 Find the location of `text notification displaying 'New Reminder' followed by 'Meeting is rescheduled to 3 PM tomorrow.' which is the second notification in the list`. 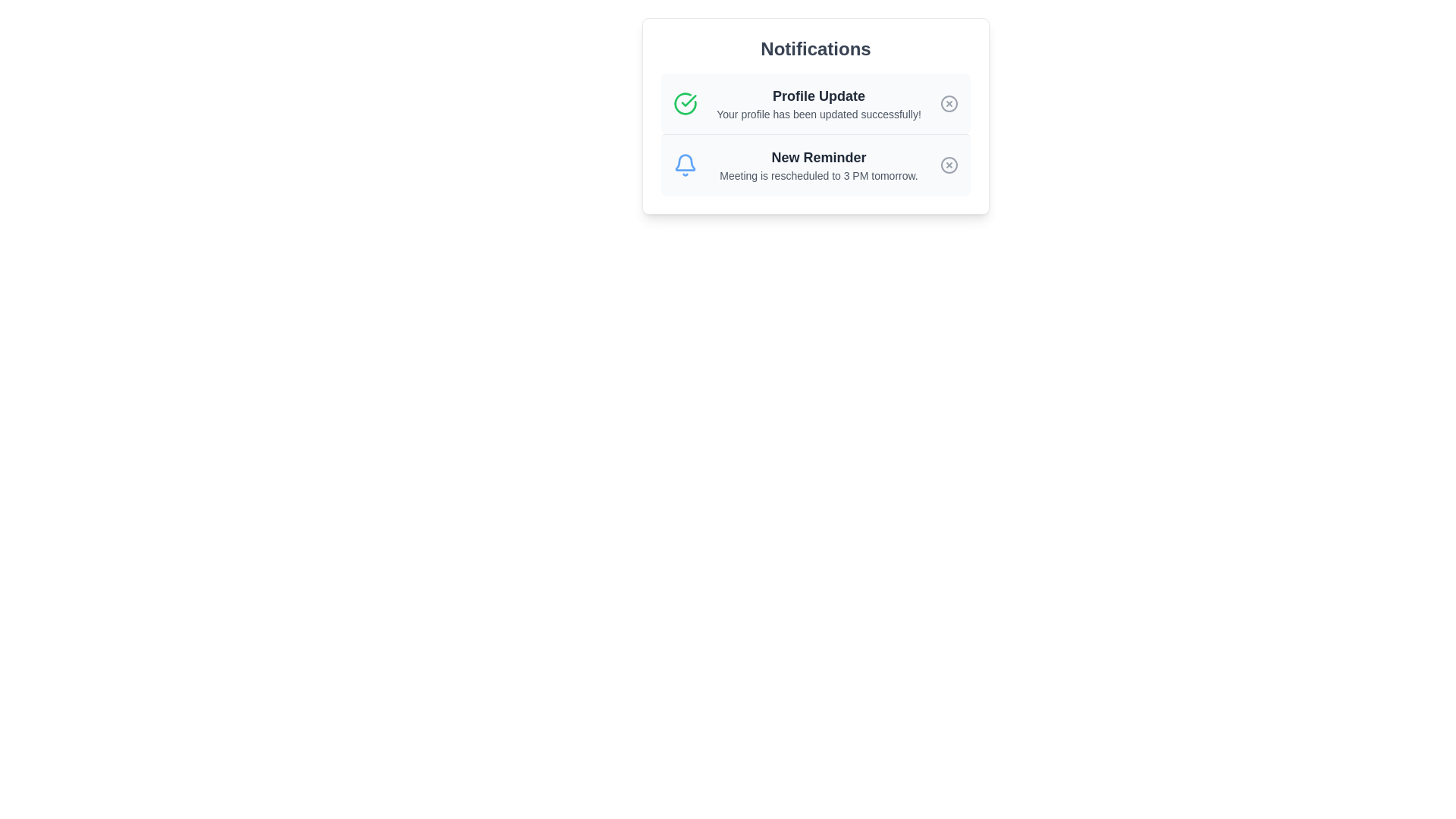

text notification displaying 'New Reminder' followed by 'Meeting is rescheduled to 3 PM tomorrow.' which is the second notification in the list is located at coordinates (818, 165).